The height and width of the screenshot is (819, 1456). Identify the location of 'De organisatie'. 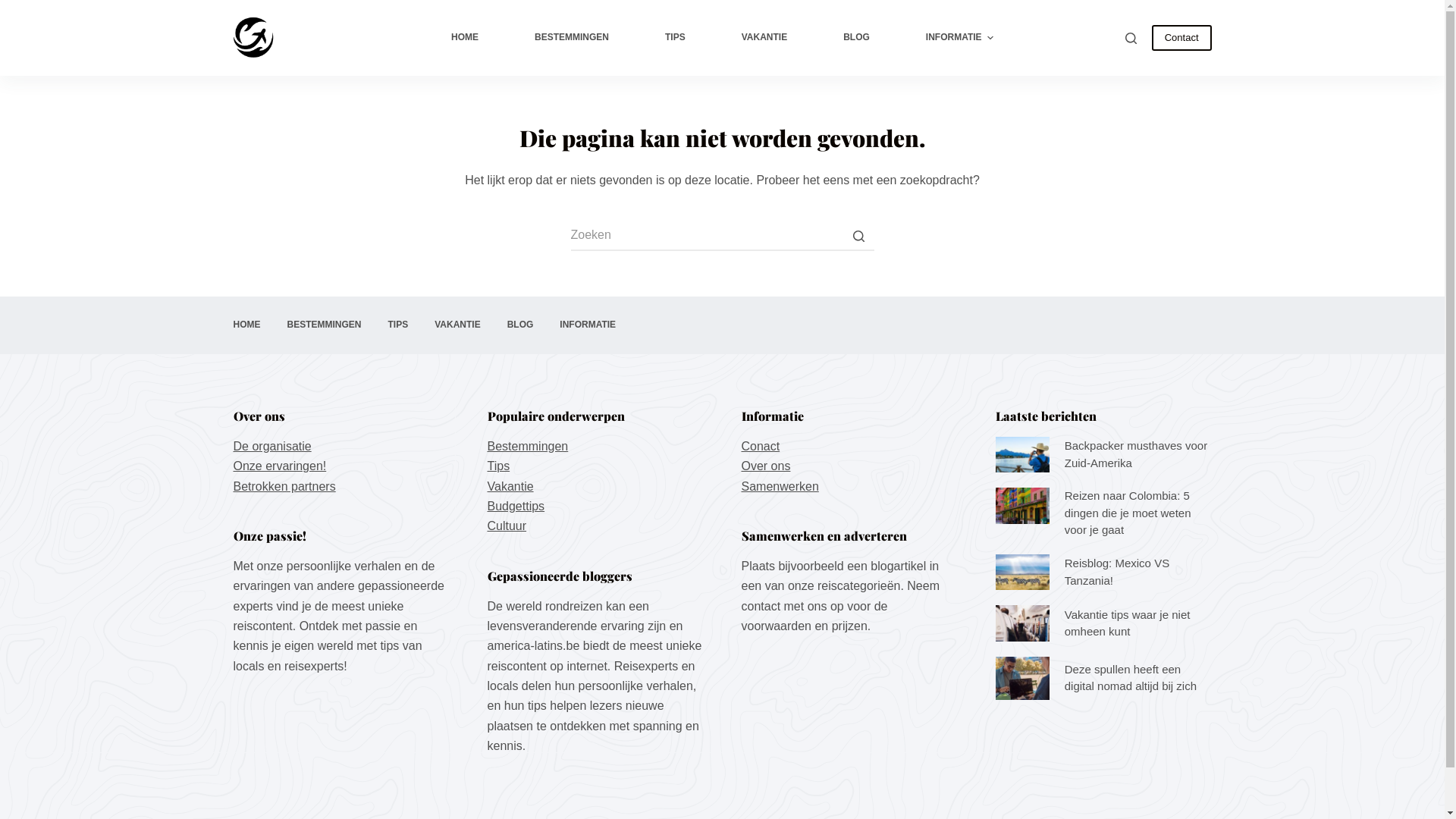
(272, 445).